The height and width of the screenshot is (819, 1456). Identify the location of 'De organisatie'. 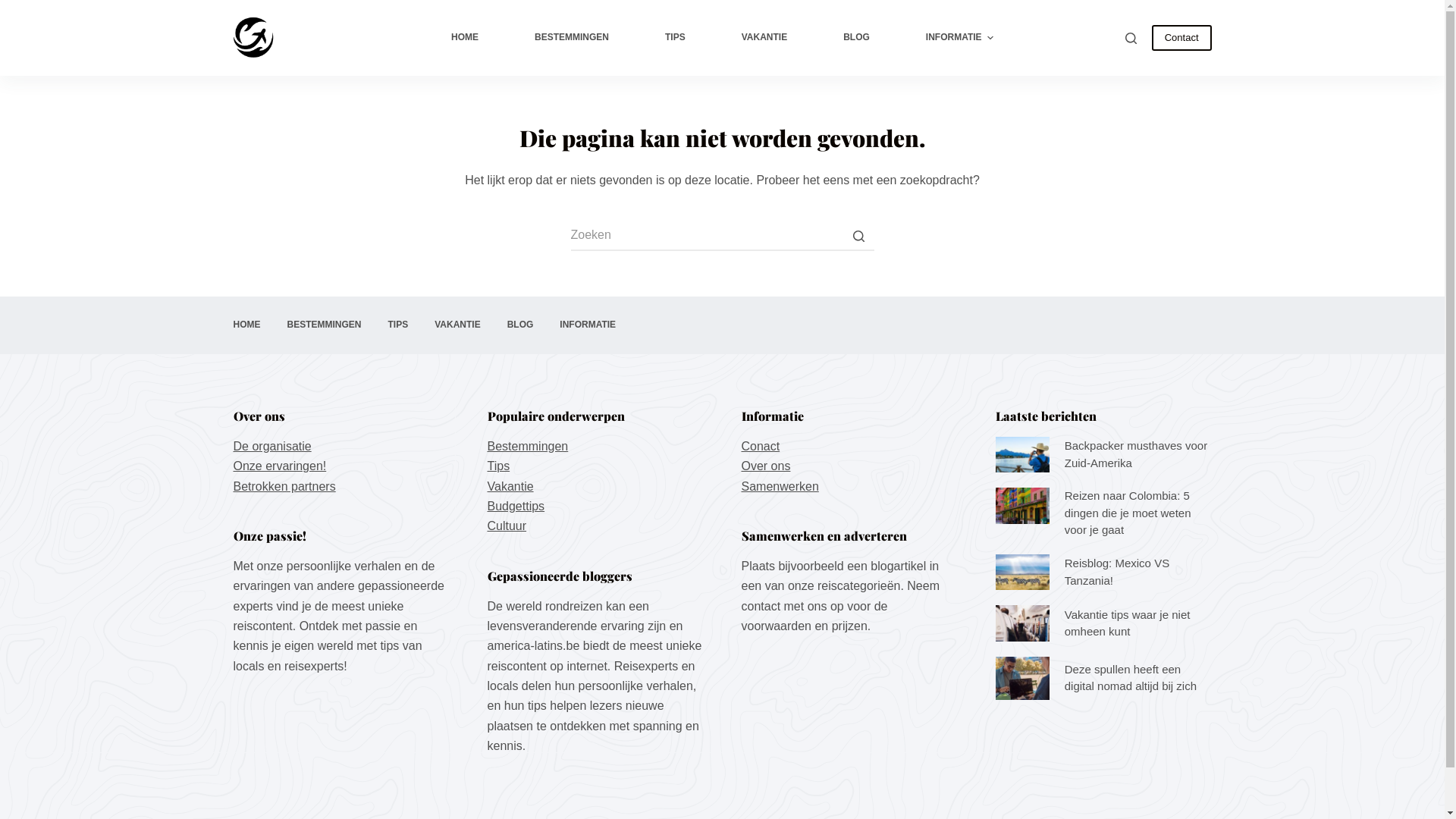
(272, 445).